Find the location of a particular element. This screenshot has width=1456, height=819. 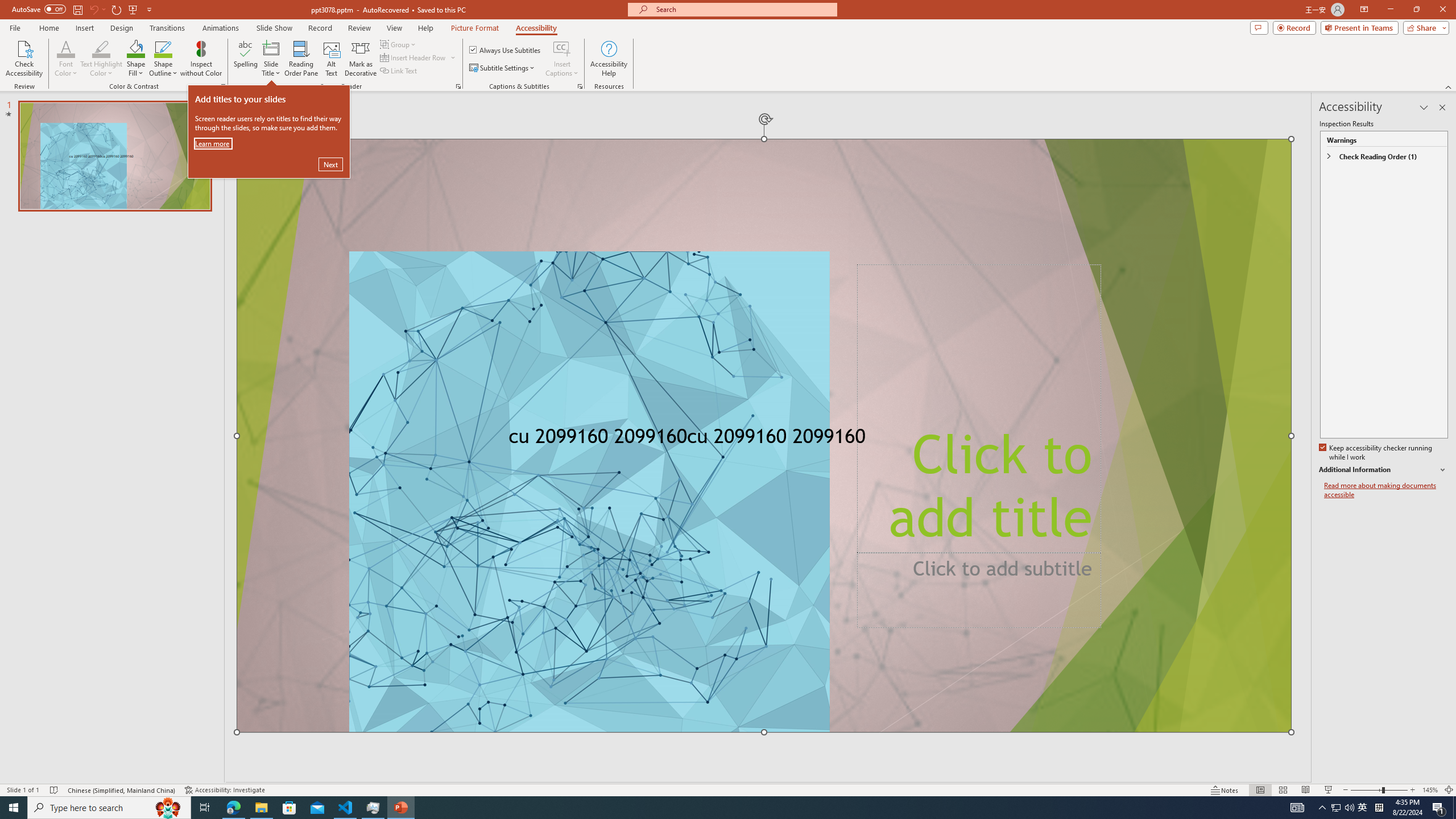

'Slide Title' is located at coordinates (271, 48).